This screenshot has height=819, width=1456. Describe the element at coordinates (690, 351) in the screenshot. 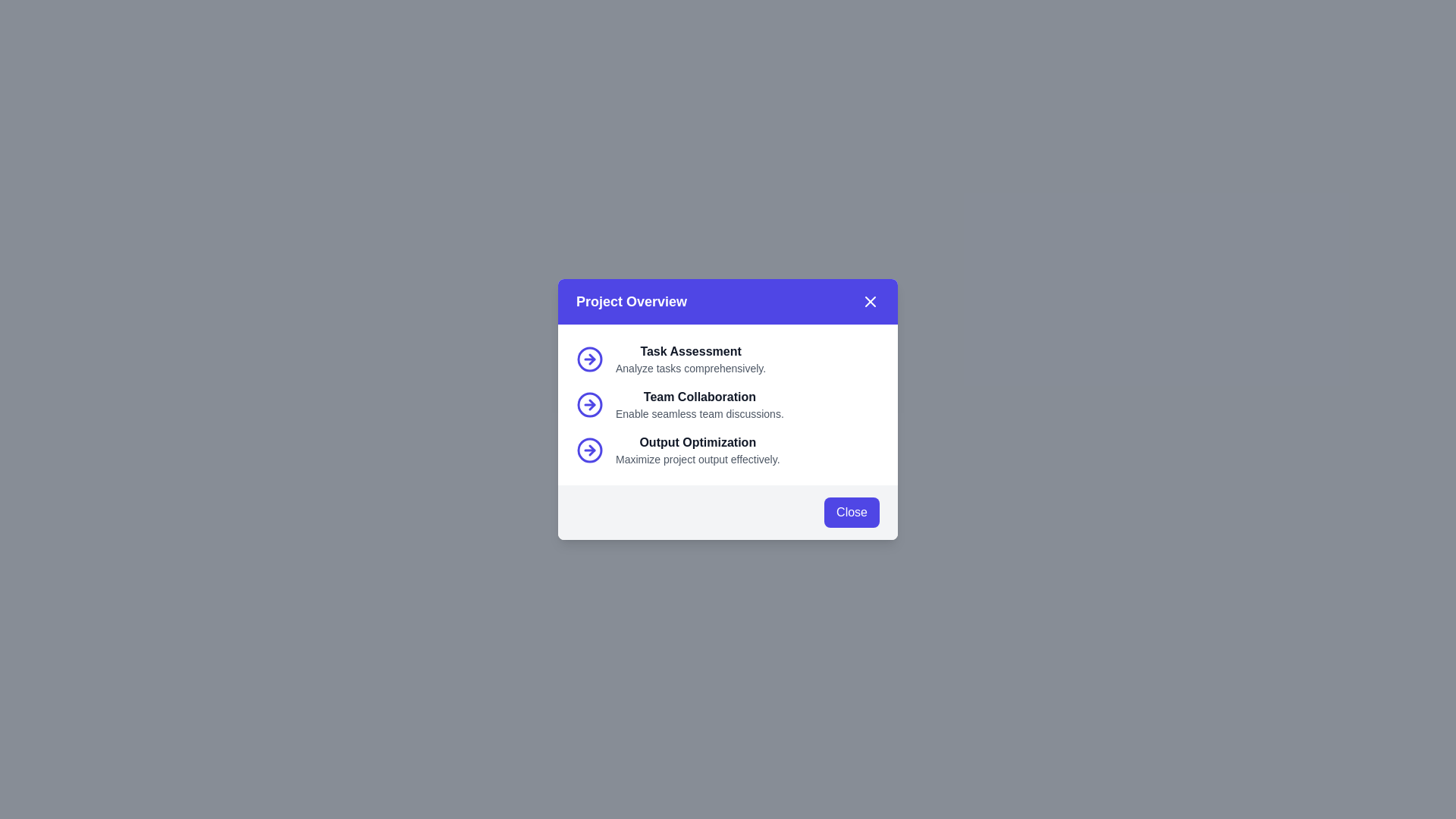

I see `the title text element that introduces or labels the following descriptive text, which is centrally placed above the text 'Analyze tasks comprehensively.'` at that location.